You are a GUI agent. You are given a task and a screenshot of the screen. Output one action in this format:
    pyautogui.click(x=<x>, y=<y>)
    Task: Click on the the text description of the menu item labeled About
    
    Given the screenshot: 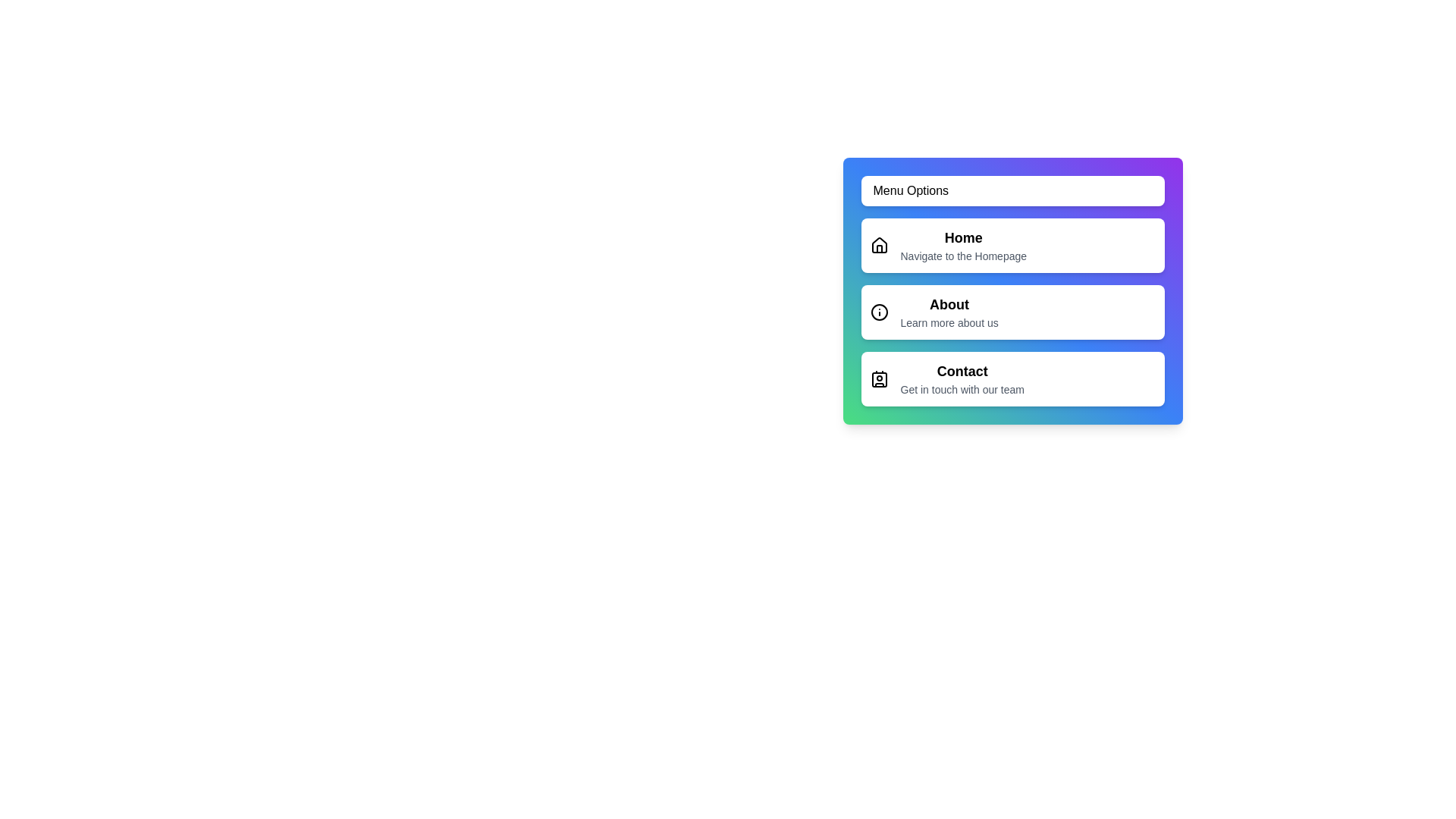 What is the action you would take?
    pyautogui.click(x=949, y=322)
    